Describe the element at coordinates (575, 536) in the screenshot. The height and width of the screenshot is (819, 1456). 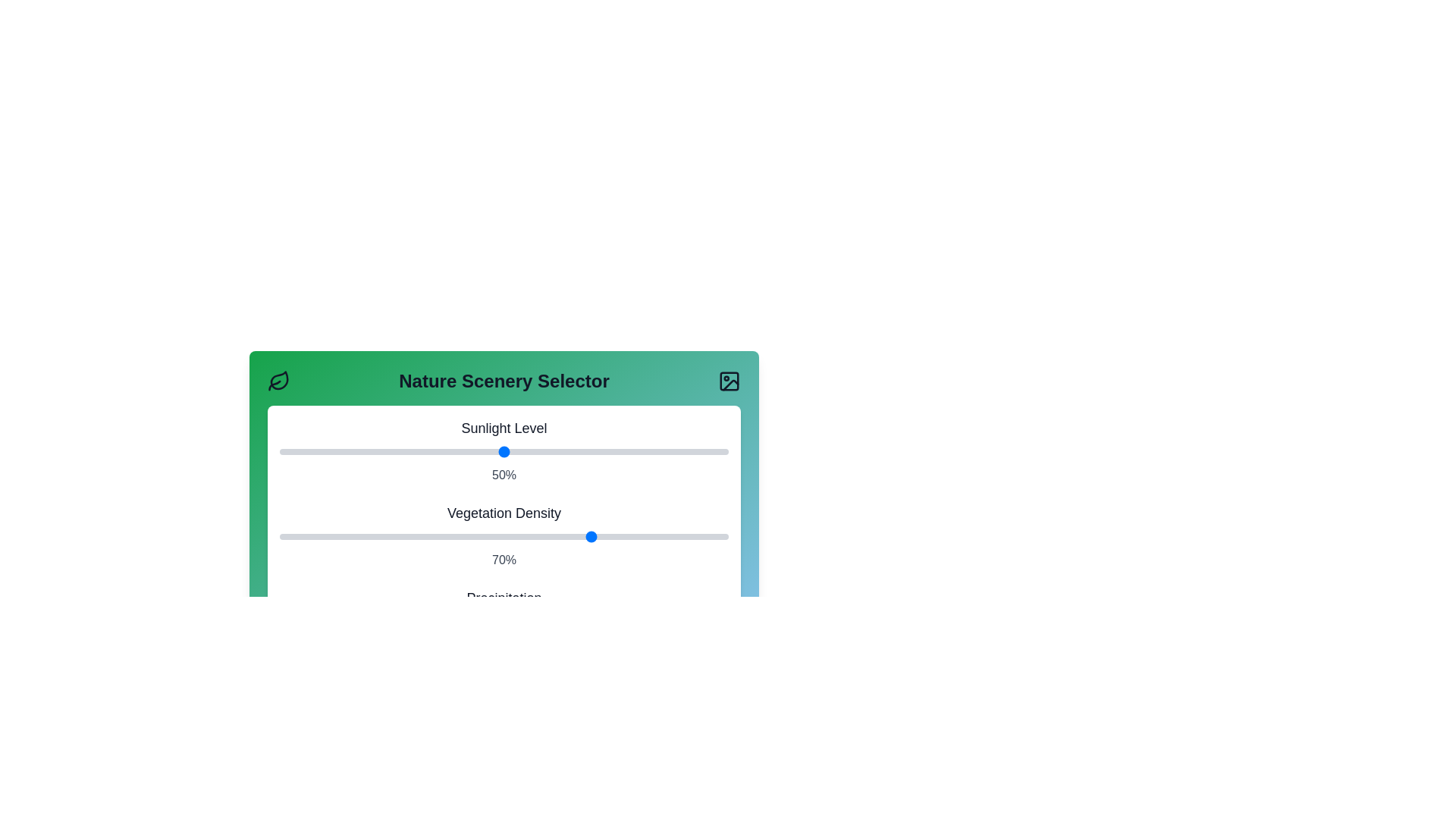
I see `the Vegetation Density slider to set its value to 66` at that location.